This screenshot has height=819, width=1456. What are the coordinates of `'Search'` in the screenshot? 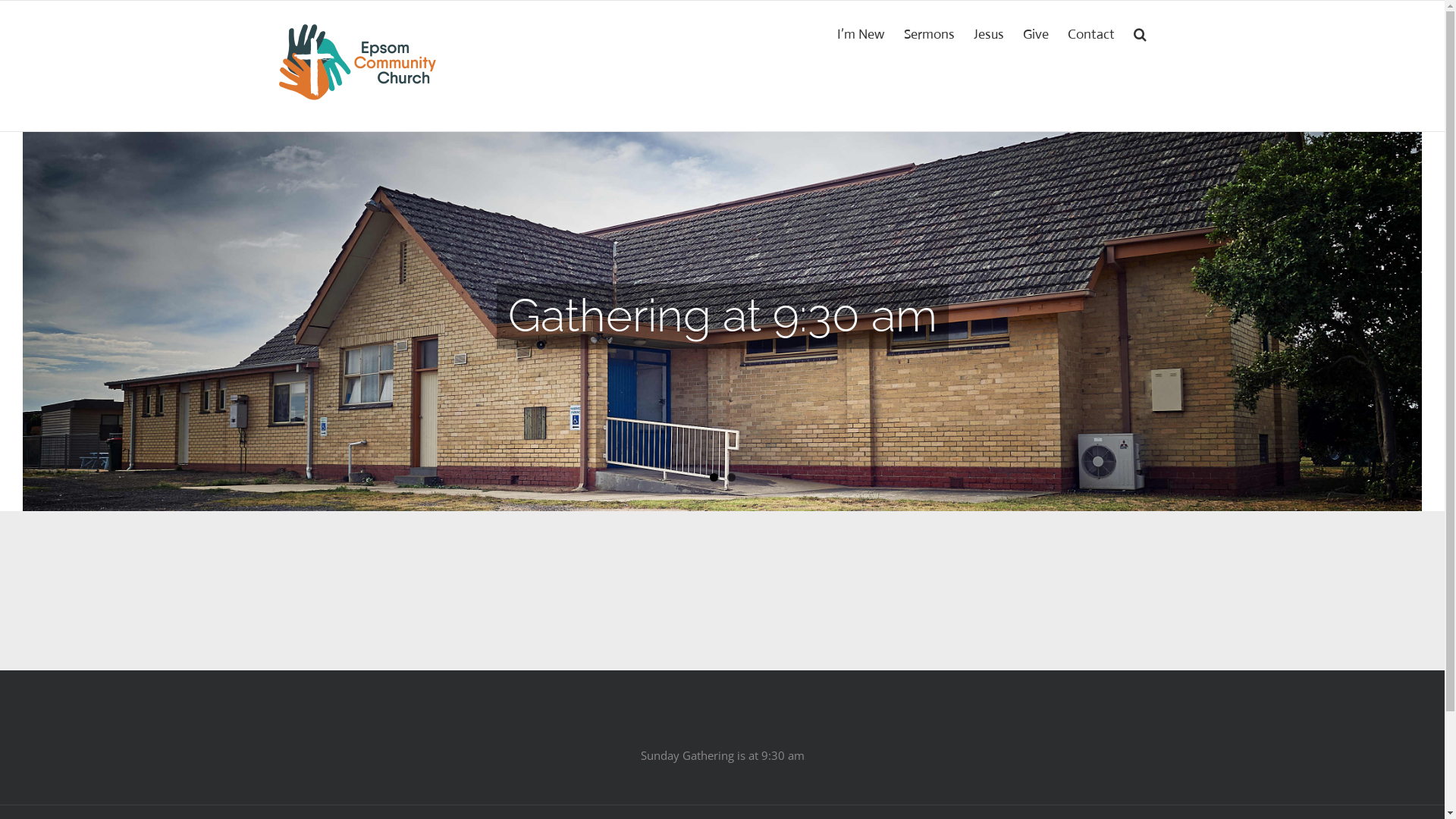 It's located at (1140, 32).